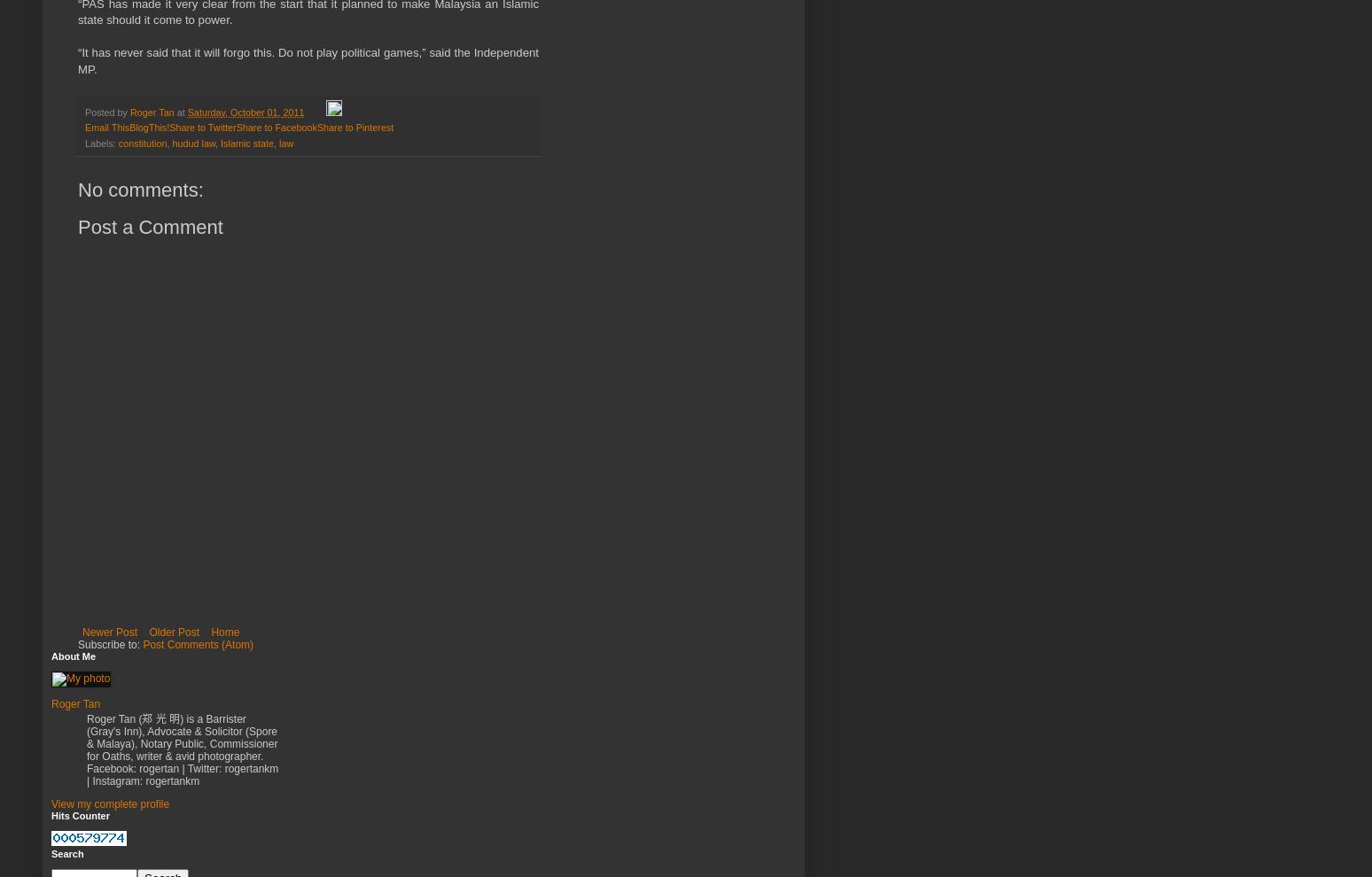  Describe the element at coordinates (107, 112) in the screenshot. I see `'Posted by'` at that location.